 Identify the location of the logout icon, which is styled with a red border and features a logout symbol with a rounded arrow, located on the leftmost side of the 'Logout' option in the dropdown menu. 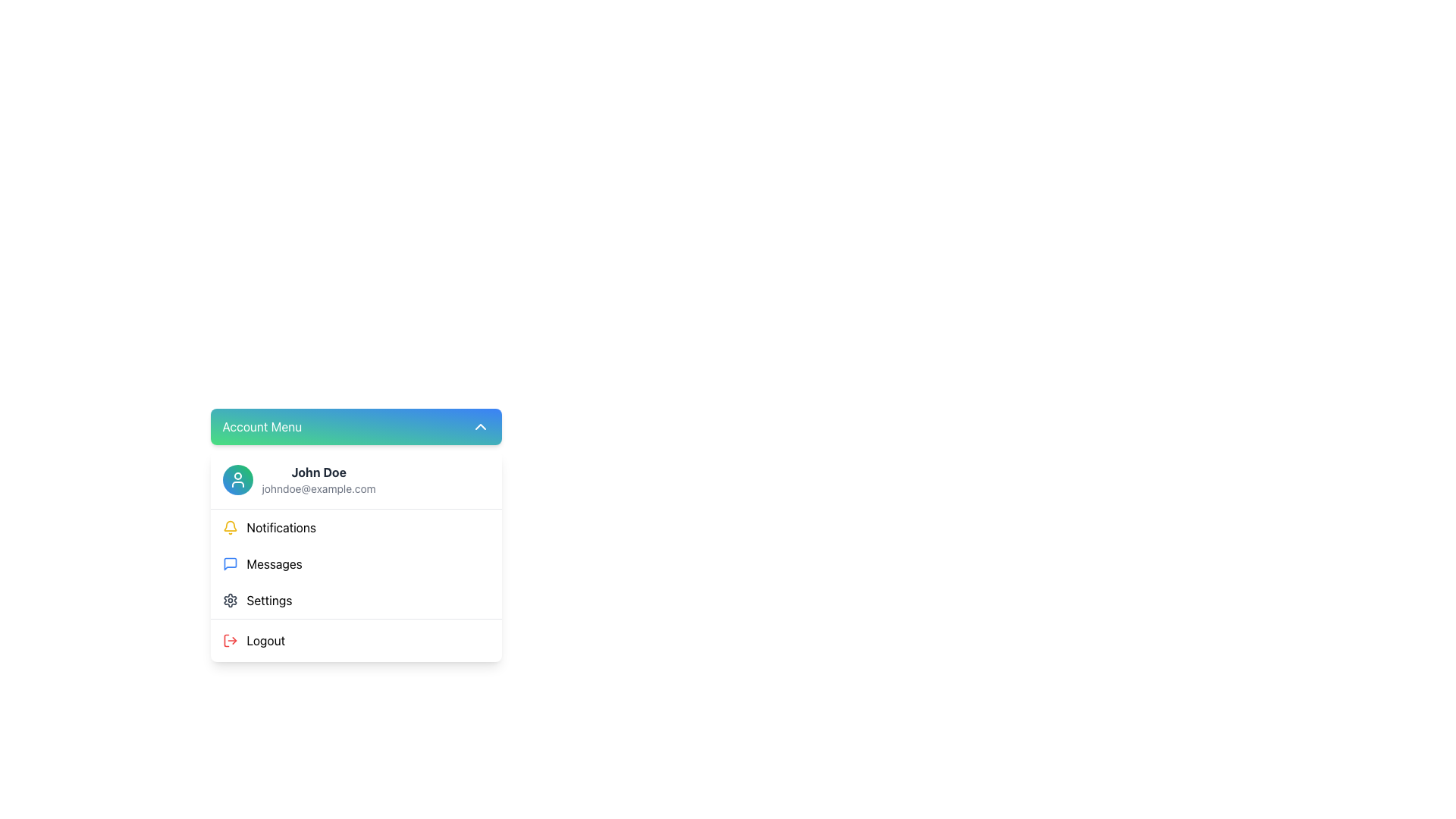
(229, 640).